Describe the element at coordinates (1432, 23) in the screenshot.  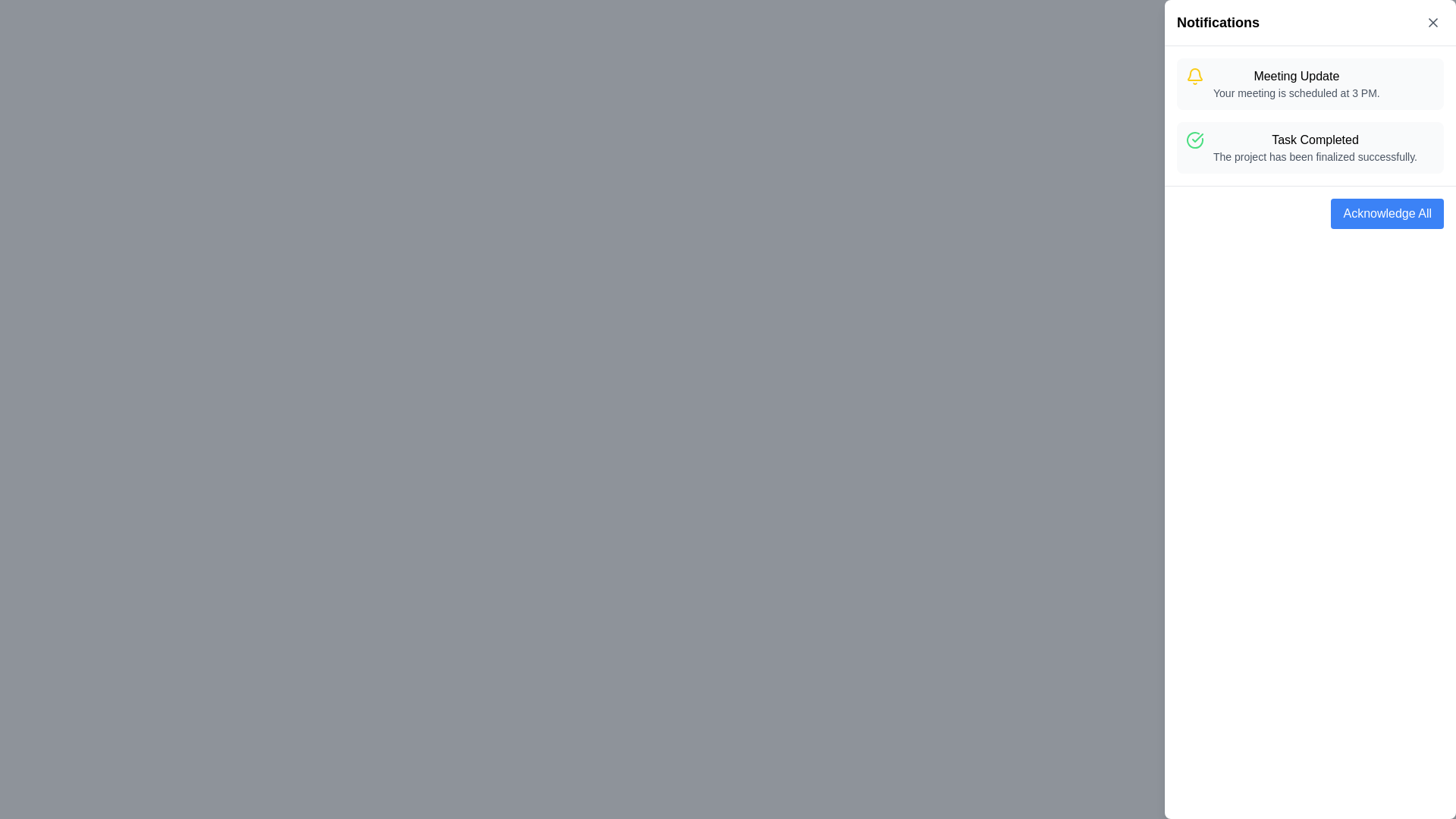
I see `the close button in the top-right corner of the notification pane` at that location.